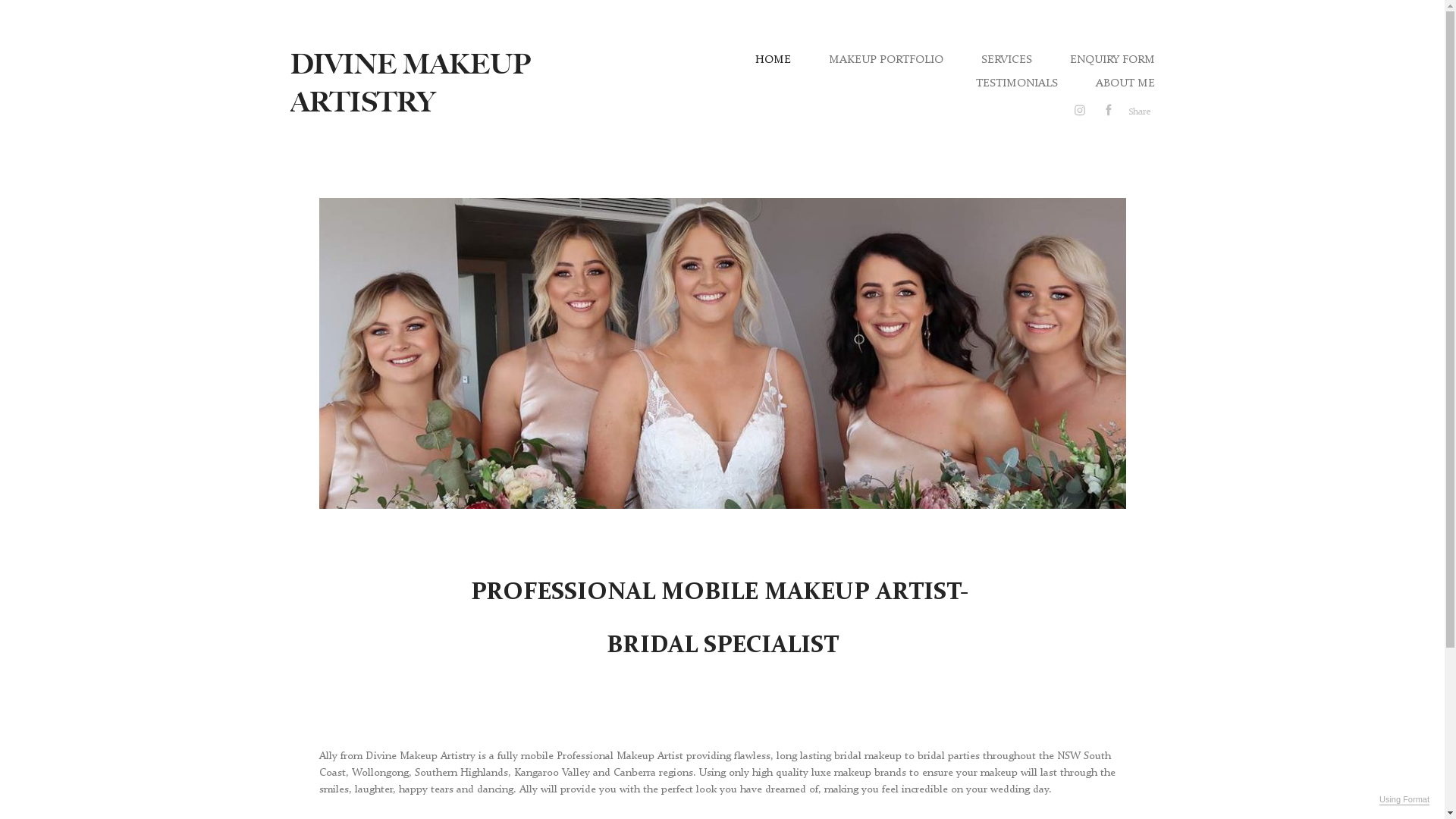 The width and height of the screenshot is (1456, 819). What do you see at coordinates (773, 58) in the screenshot?
I see `'HOME'` at bounding box center [773, 58].